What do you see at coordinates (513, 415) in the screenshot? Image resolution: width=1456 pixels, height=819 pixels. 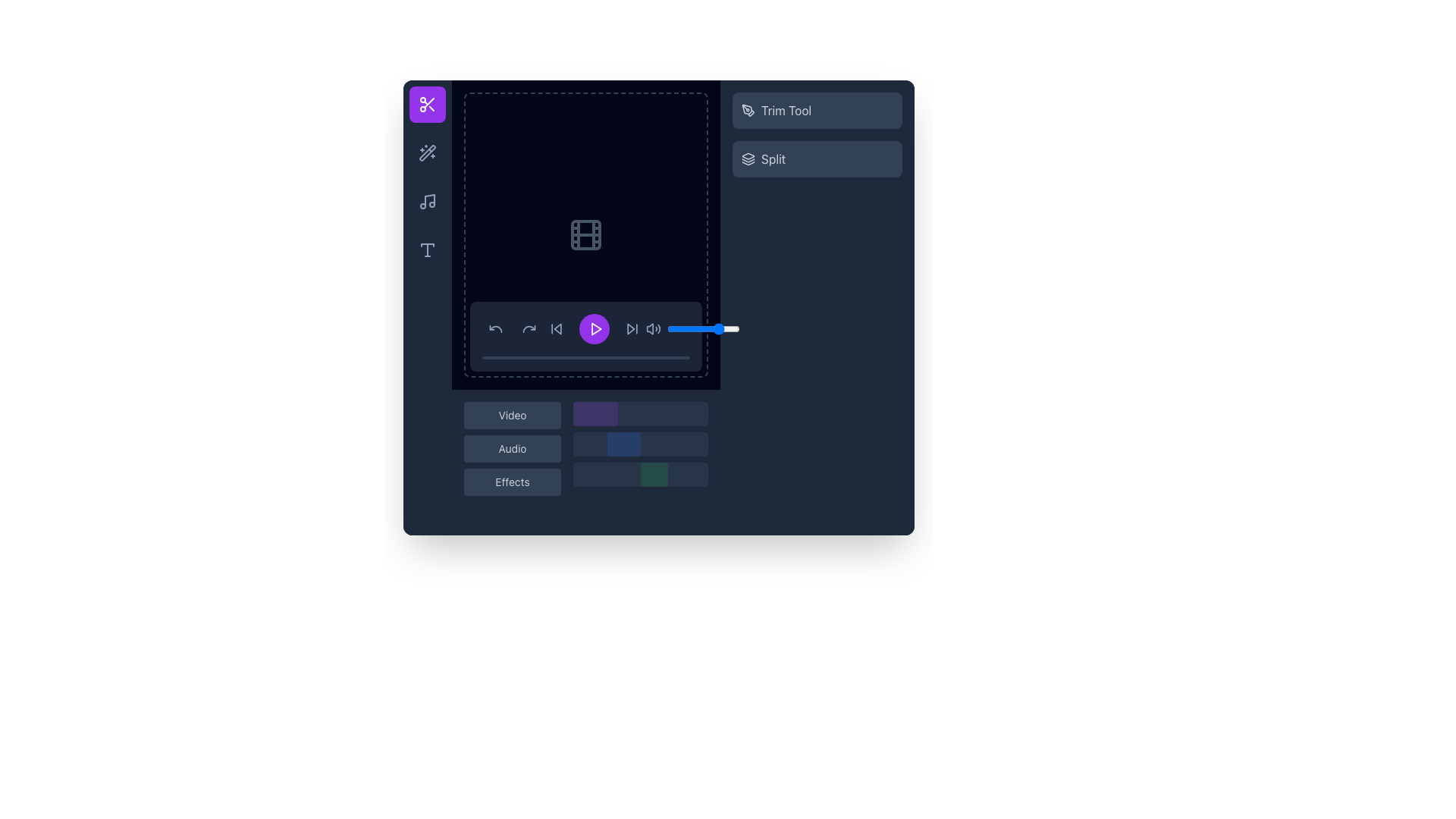 I see `the topmost button in the vertical stack on the left side of the interface` at bounding box center [513, 415].